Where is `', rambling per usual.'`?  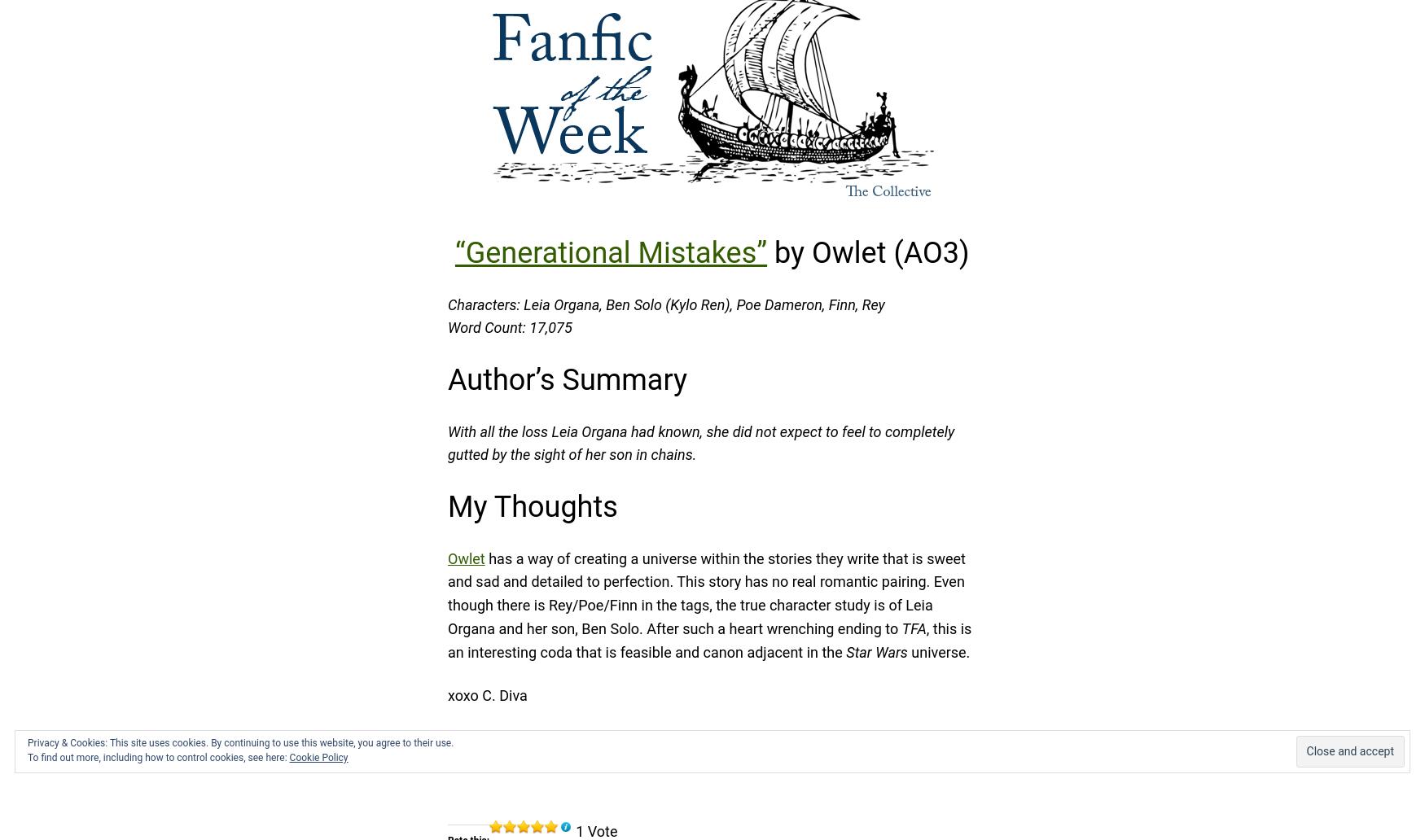
', rambling per usual.' is located at coordinates (741, 737).